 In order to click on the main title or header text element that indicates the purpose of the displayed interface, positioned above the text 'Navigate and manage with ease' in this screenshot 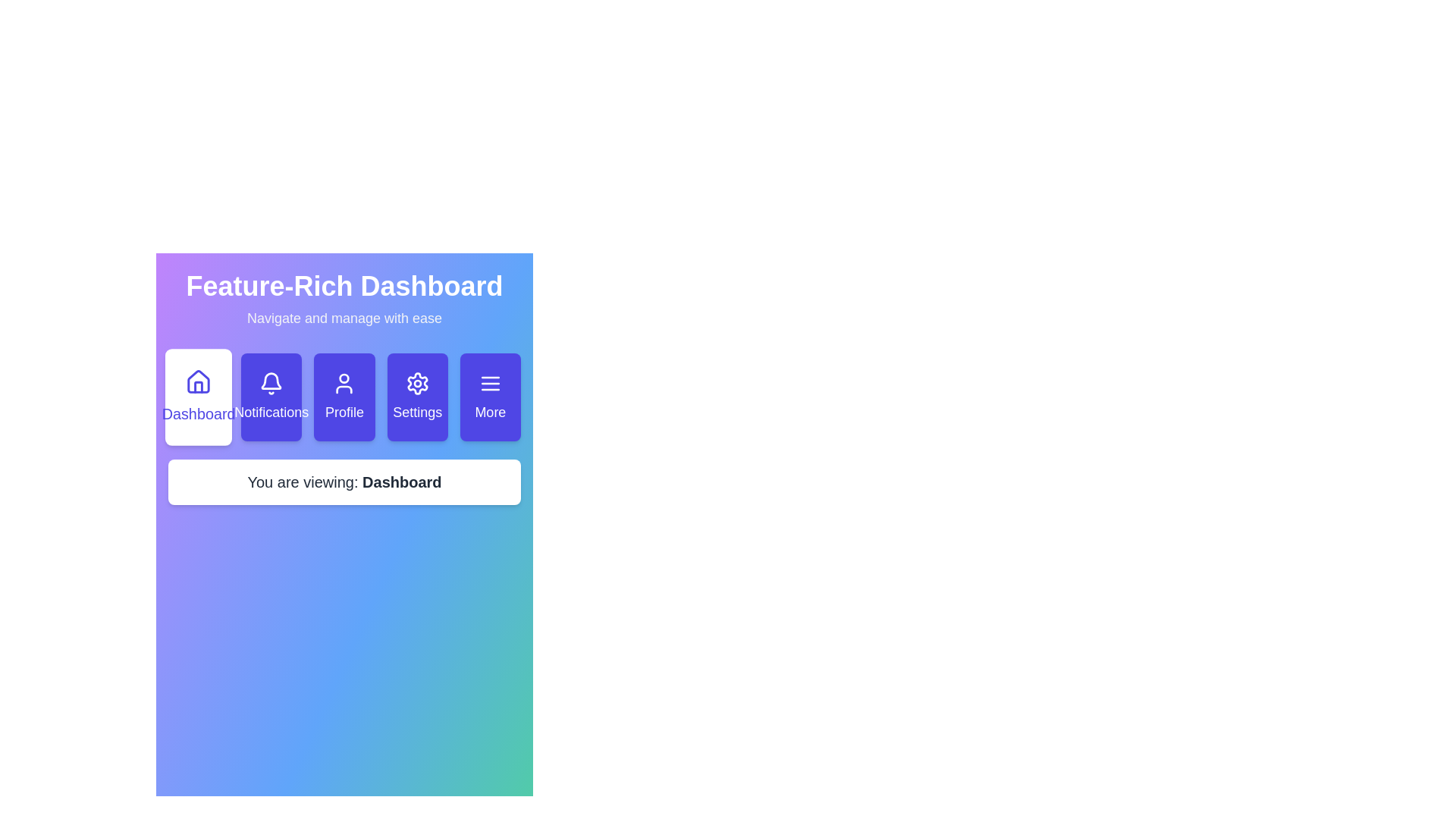, I will do `click(344, 287)`.